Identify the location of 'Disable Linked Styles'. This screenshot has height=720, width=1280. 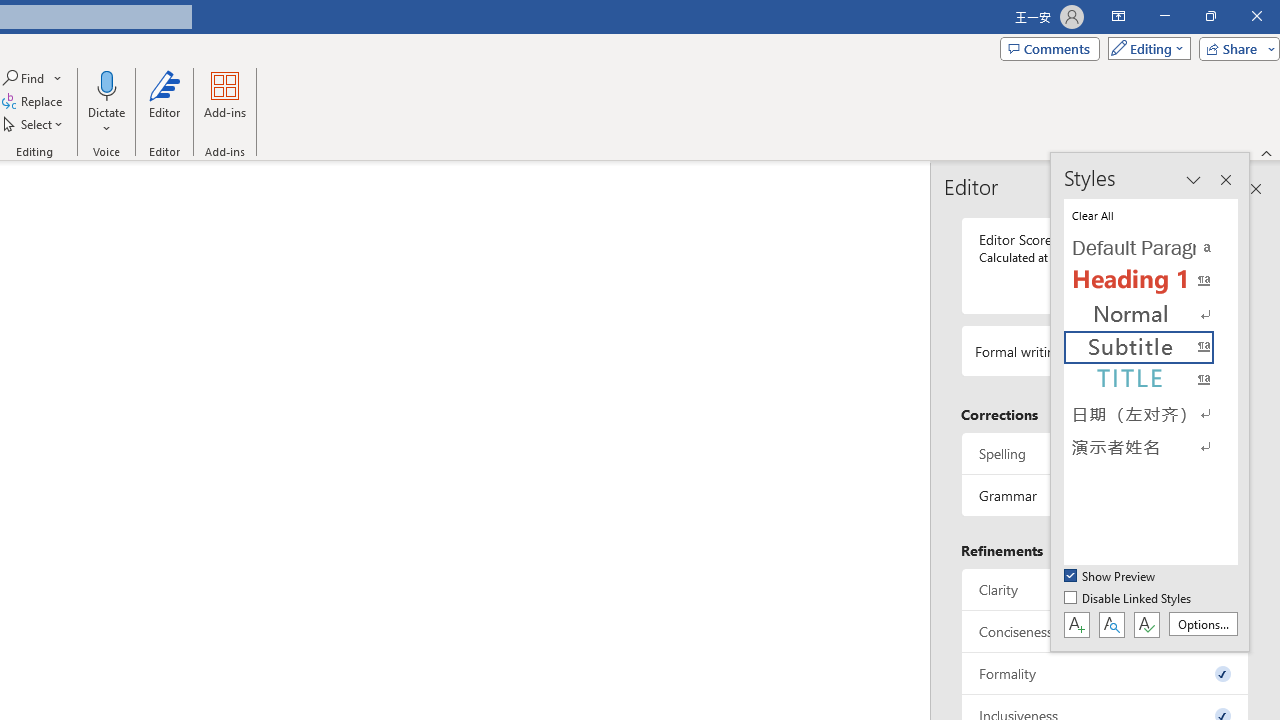
(1129, 598).